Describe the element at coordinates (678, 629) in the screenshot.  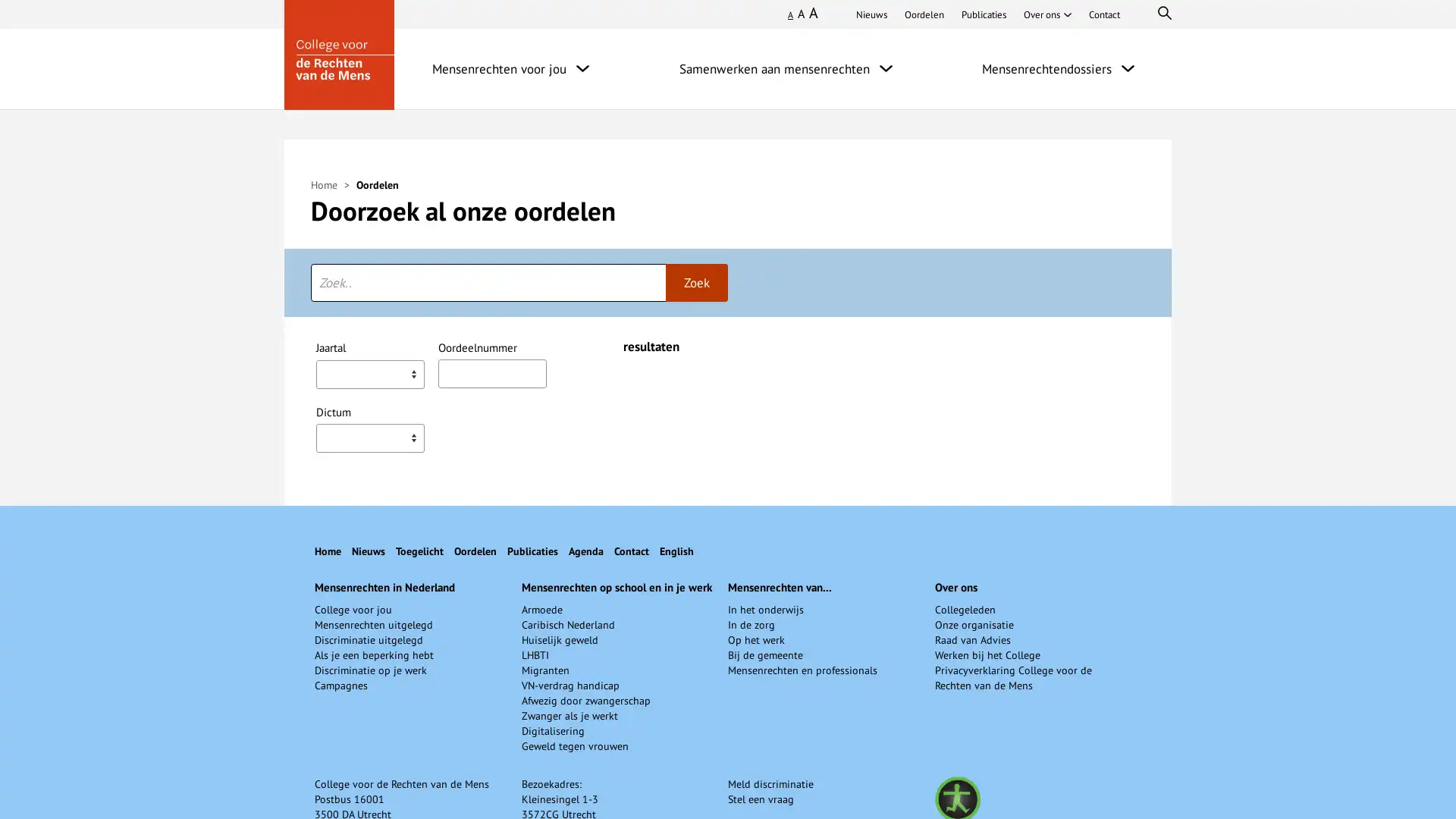
I see `Geslacht` at that location.